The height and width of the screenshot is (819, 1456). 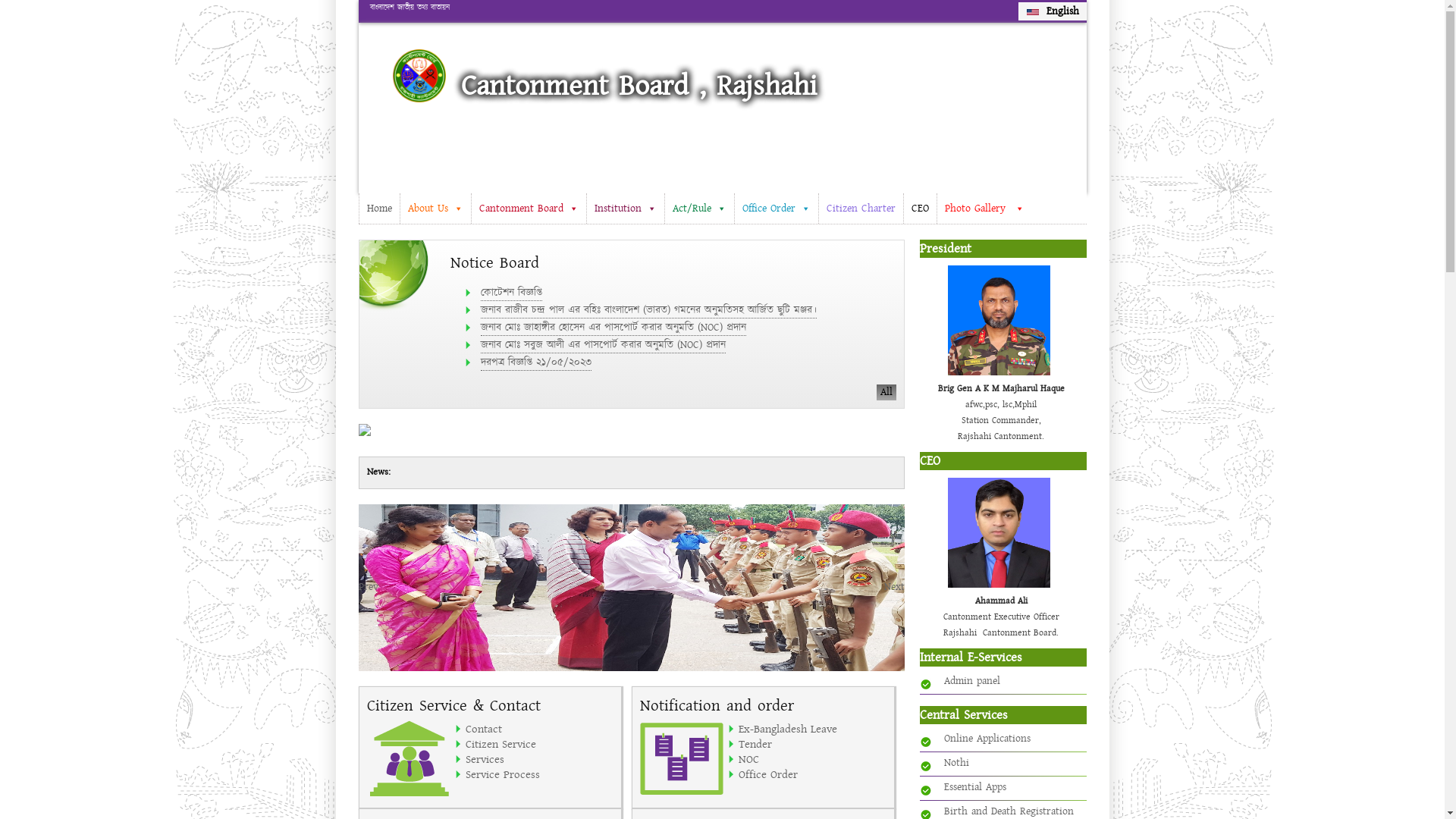 I want to click on 'Citizen Service', so click(x=539, y=742).